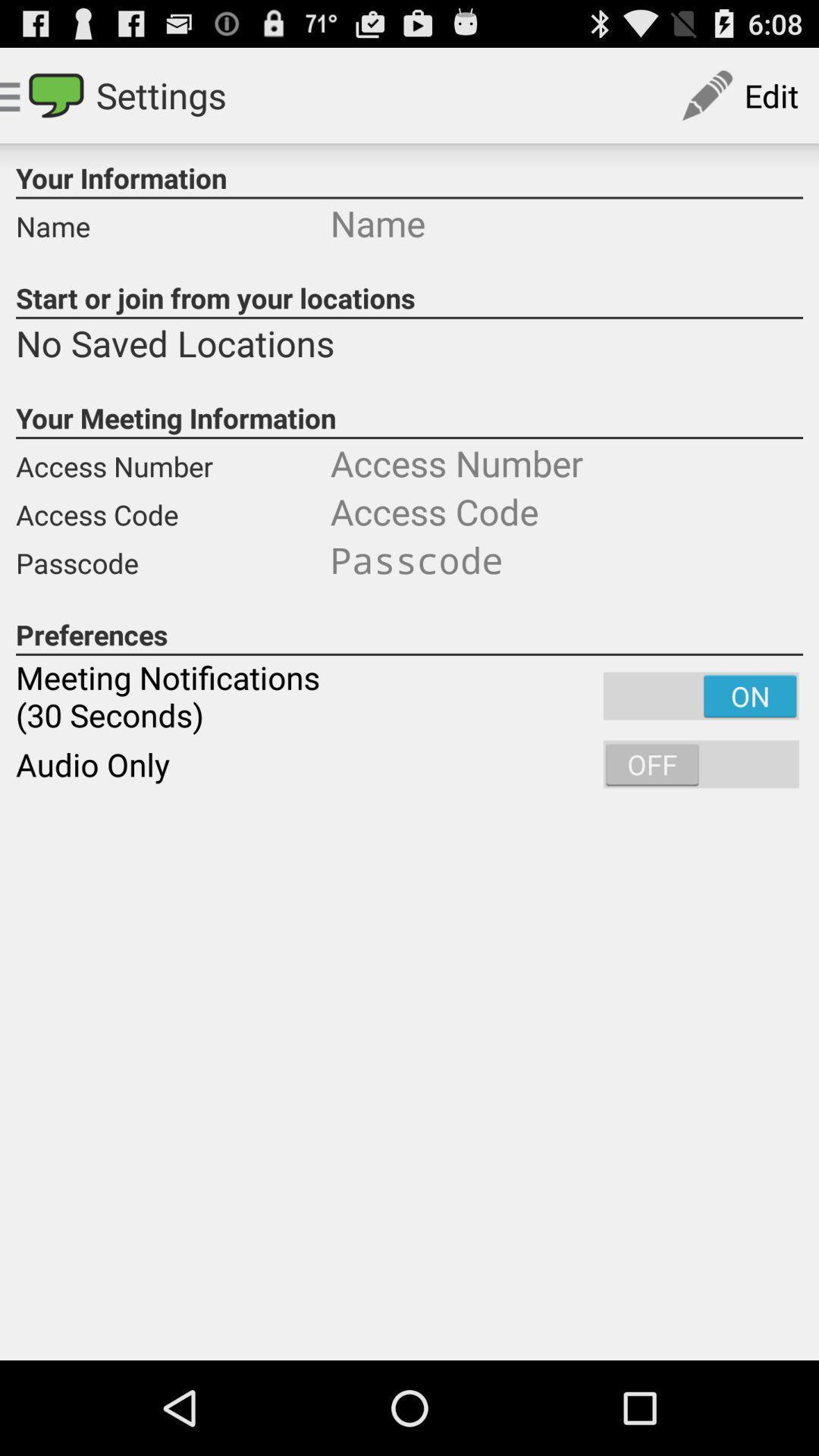 Image resolution: width=819 pixels, height=1456 pixels. I want to click on a quick reminder code of the local, so click(566, 559).